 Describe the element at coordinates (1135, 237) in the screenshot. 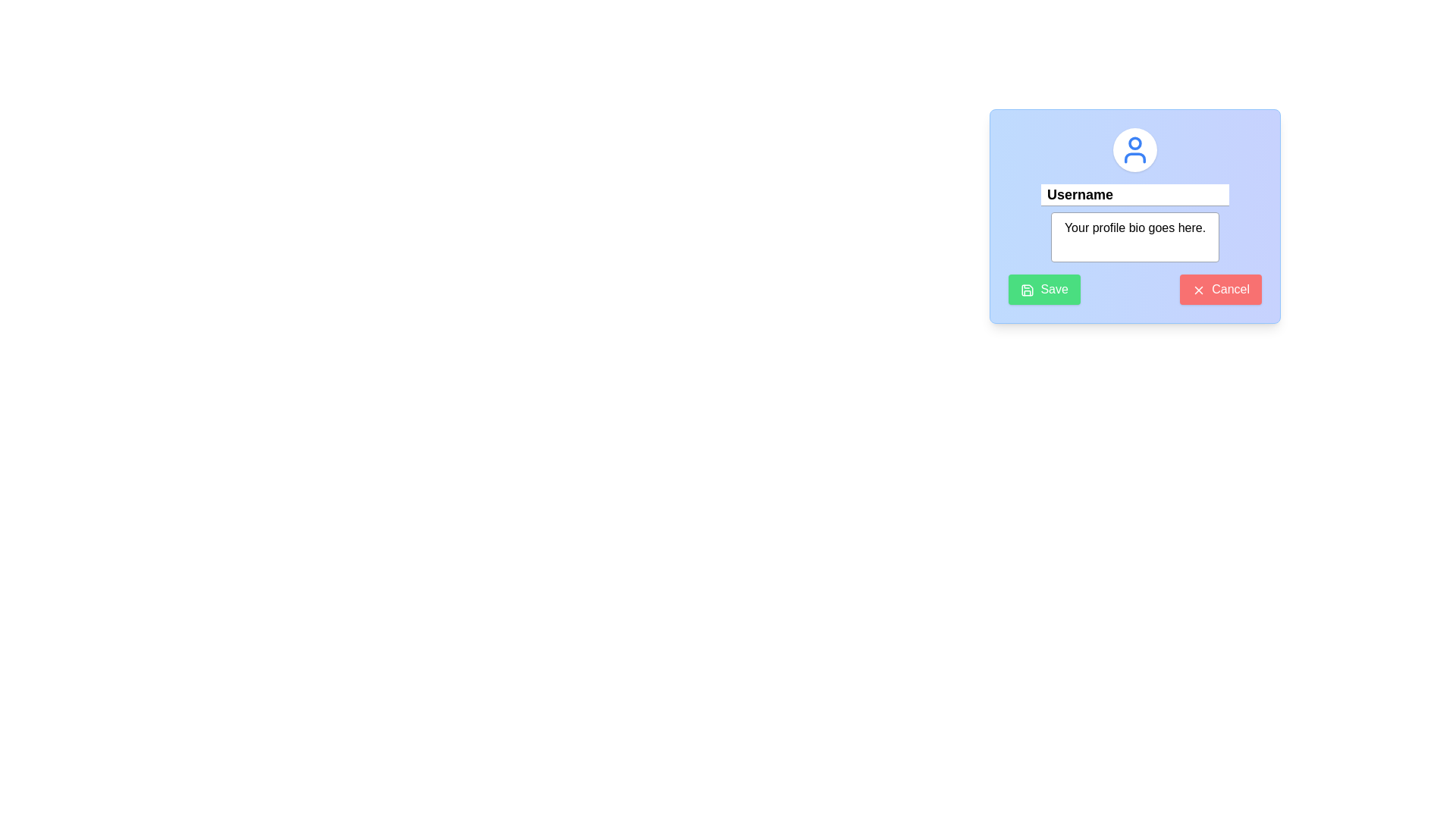

I see `inside the profile bio text input area to focus and prepare for text entry` at that location.